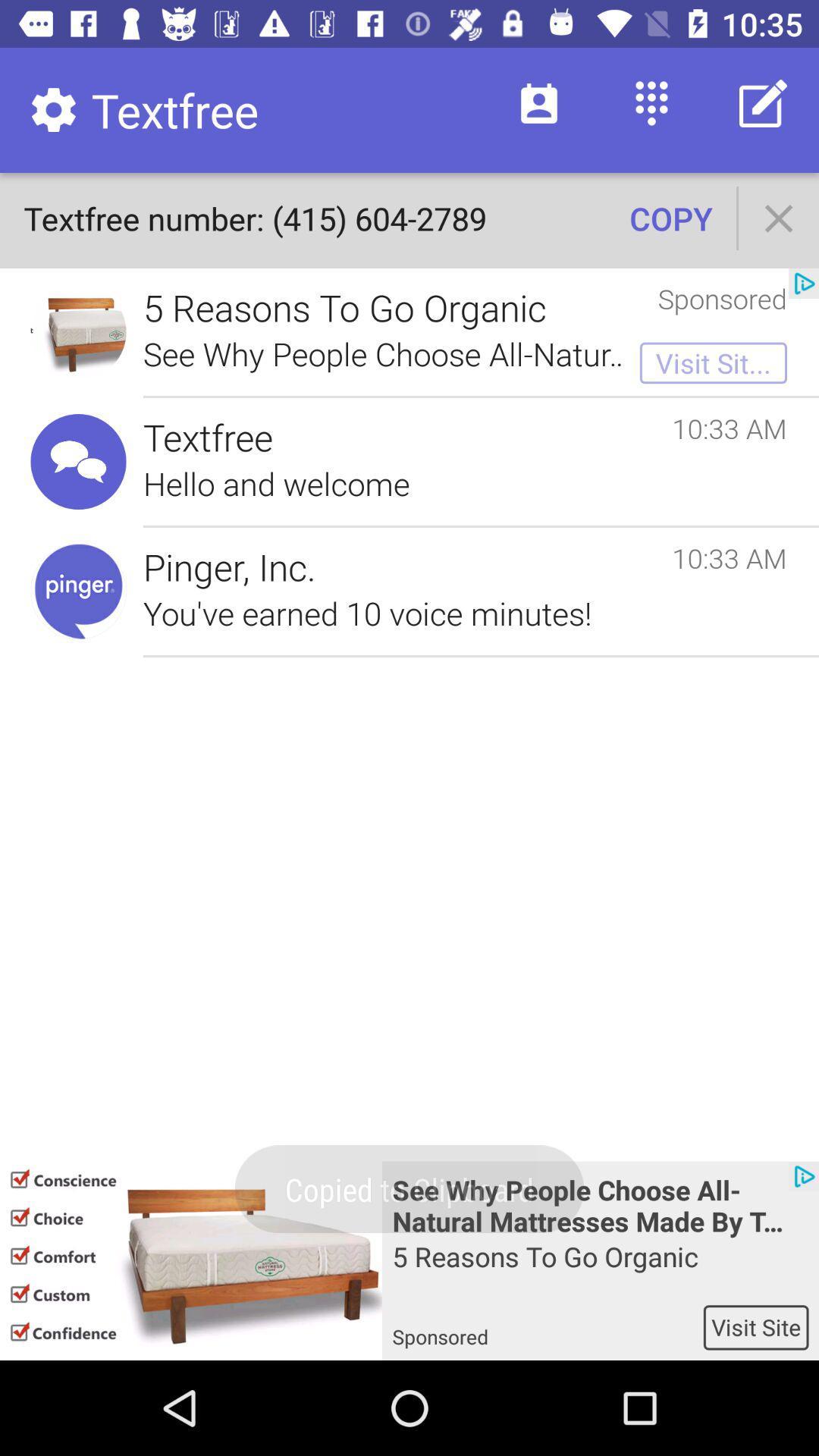 The width and height of the screenshot is (819, 1456). What do you see at coordinates (803, 284) in the screenshot?
I see `icon next to sponsored at top right corner of the page` at bounding box center [803, 284].